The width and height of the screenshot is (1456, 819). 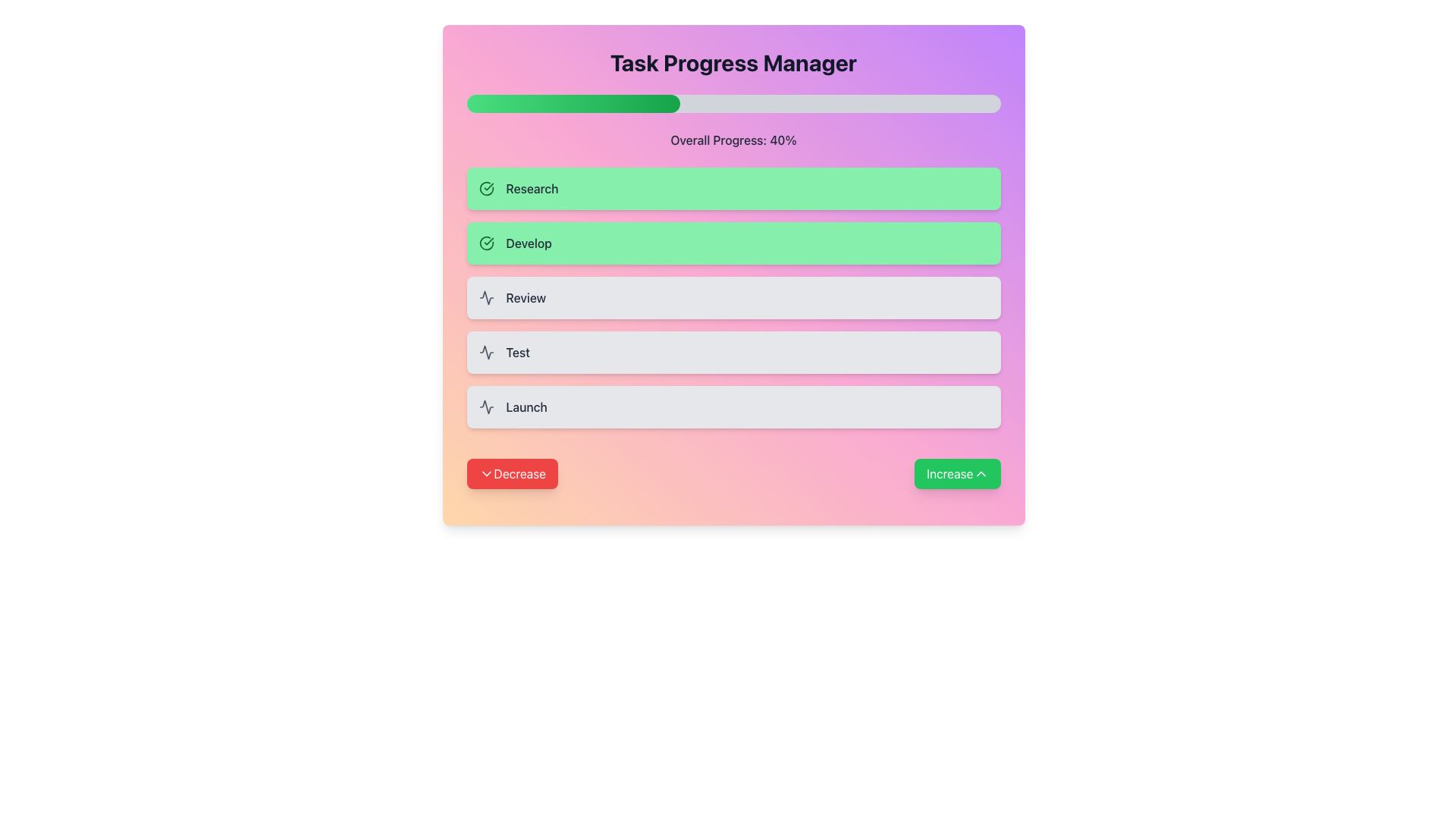 What do you see at coordinates (526, 298) in the screenshot?
I see `the text label indicating the current task status as 'Review', which is the third item in a vertically stacked list of tasks` at bounding box center [526, 298].